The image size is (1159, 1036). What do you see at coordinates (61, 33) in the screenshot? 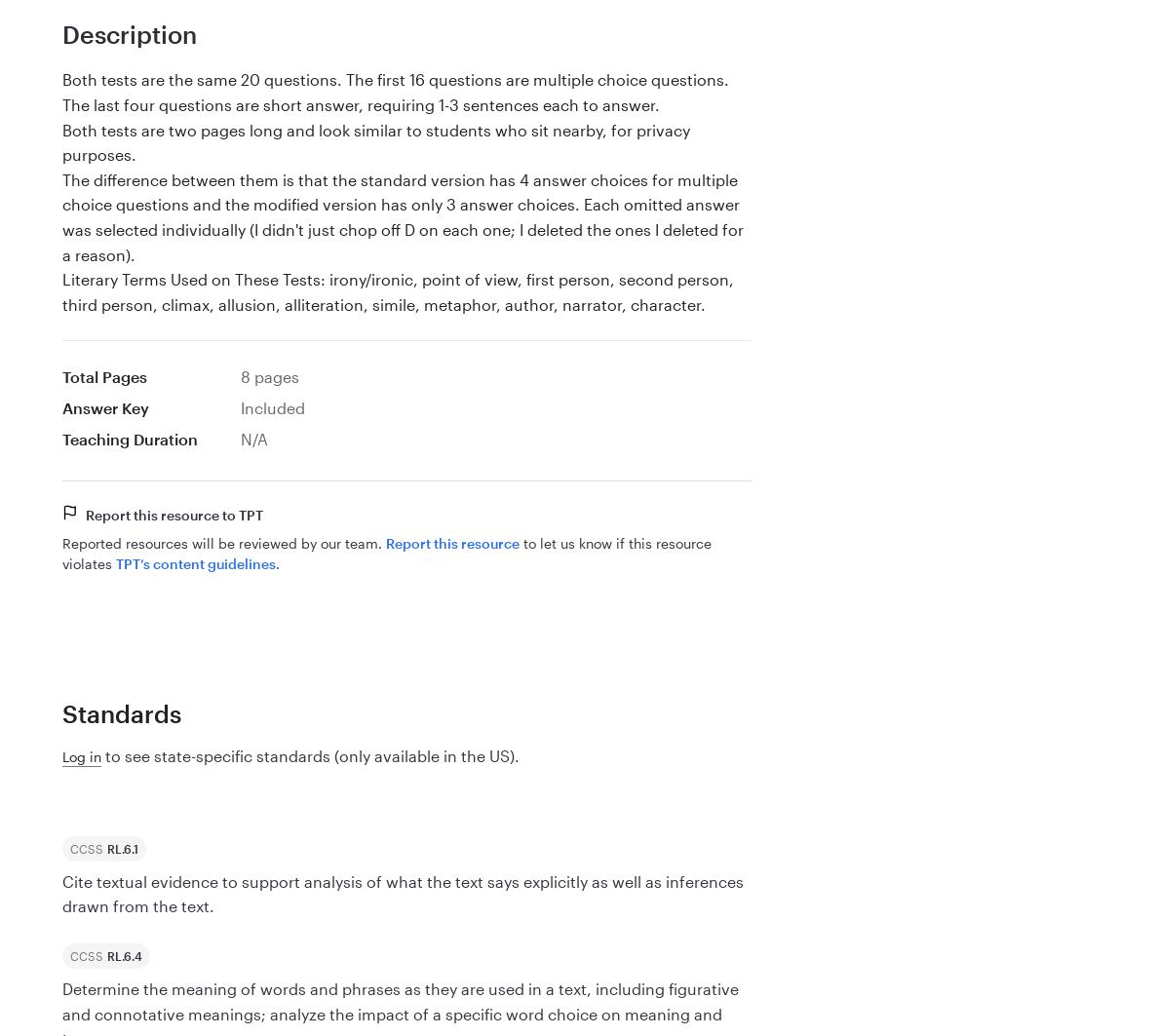
I see `'Description'` at bounding box center [61, 33].